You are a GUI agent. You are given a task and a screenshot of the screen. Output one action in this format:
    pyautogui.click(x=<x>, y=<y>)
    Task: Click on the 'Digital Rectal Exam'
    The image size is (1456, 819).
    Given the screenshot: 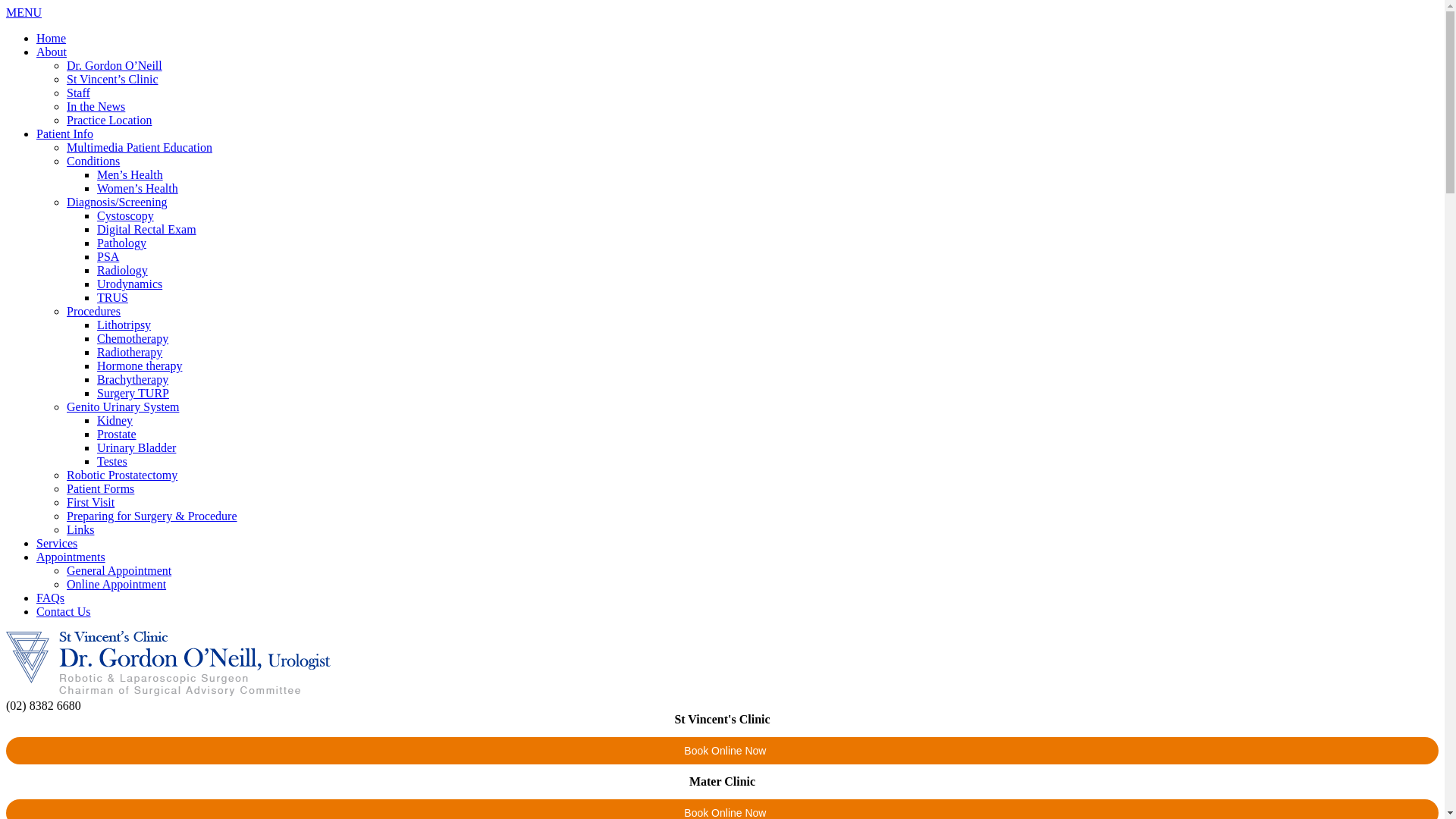 What is the action you would take?
    pyautogui.click(x=96, y=229)
    